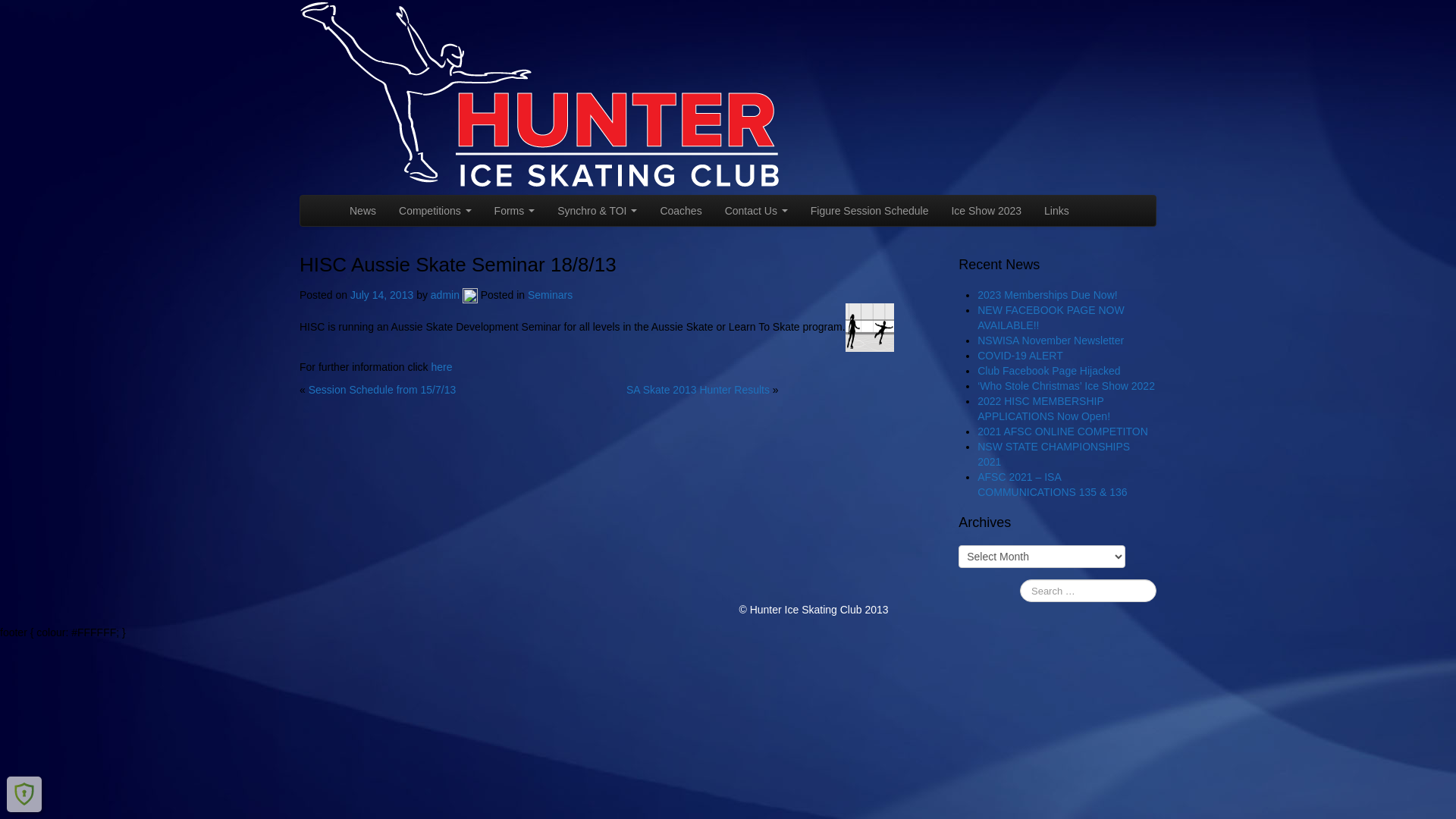 The image size is (1456, 819). I want to click on 'COVID-19 ALERT', so click(1020, 356).